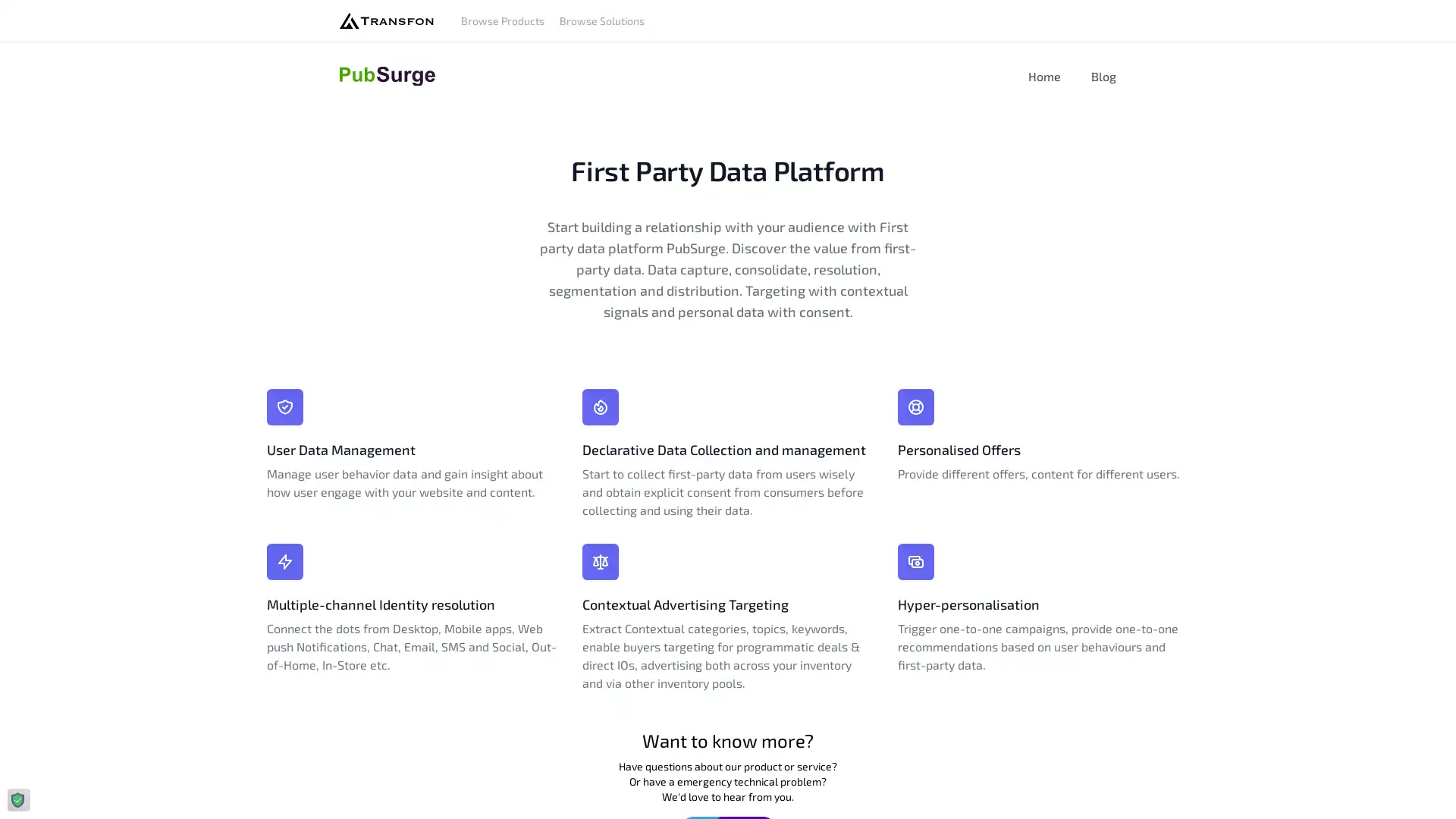  I want to click on Agree and proceed, so click(273, 791).